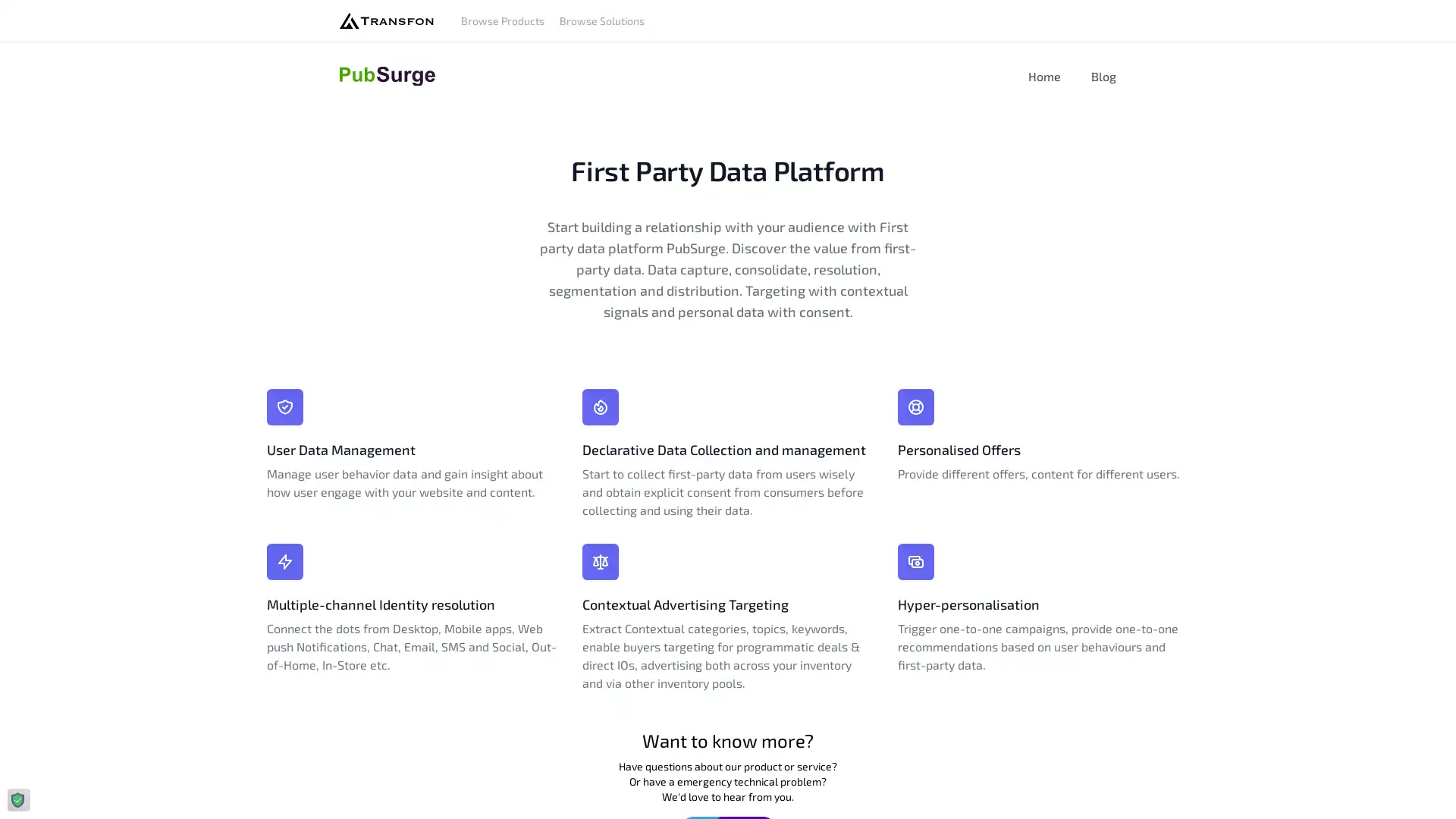  I want to click on Agree and proceed, so click(273, 791).